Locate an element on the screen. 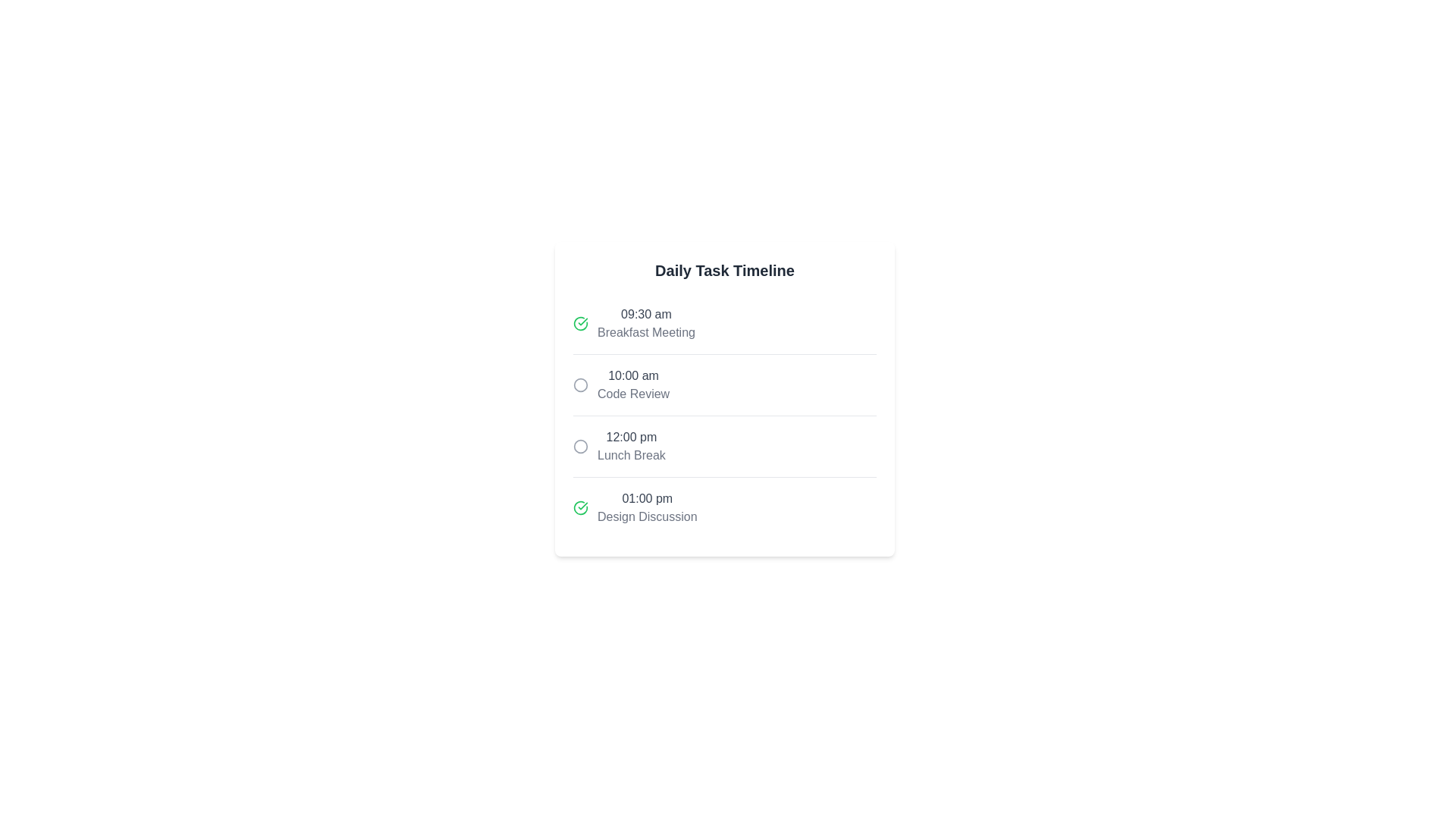 The width and height of the screenshot is (1456, 819). the static text label 'Code Review' that indicates the scheduled activity for '10:00 am' on the timeline interface is located at coordinates (633, 394).